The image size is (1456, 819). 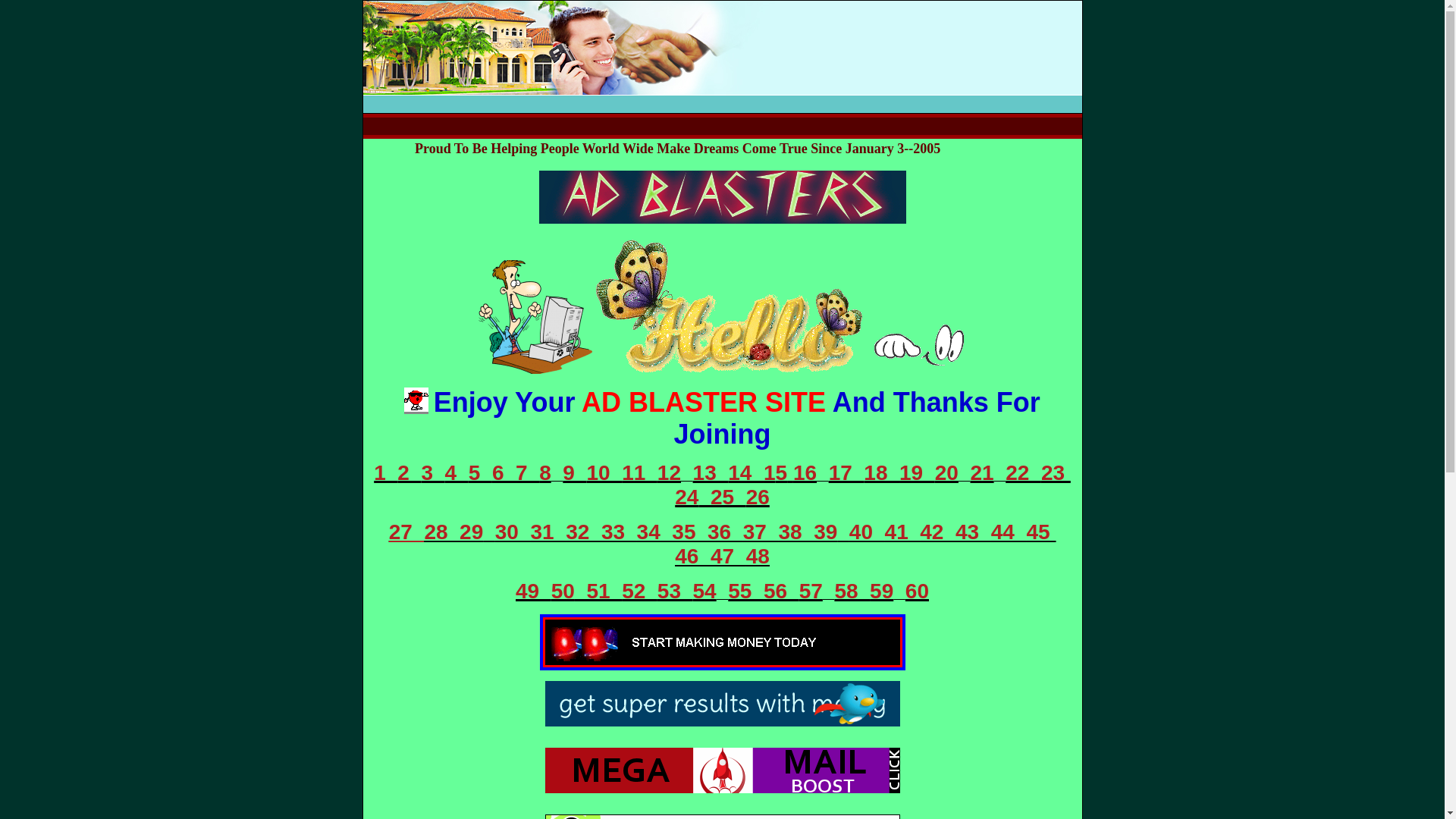 I want to click on '59', so click(x=881, y=590).